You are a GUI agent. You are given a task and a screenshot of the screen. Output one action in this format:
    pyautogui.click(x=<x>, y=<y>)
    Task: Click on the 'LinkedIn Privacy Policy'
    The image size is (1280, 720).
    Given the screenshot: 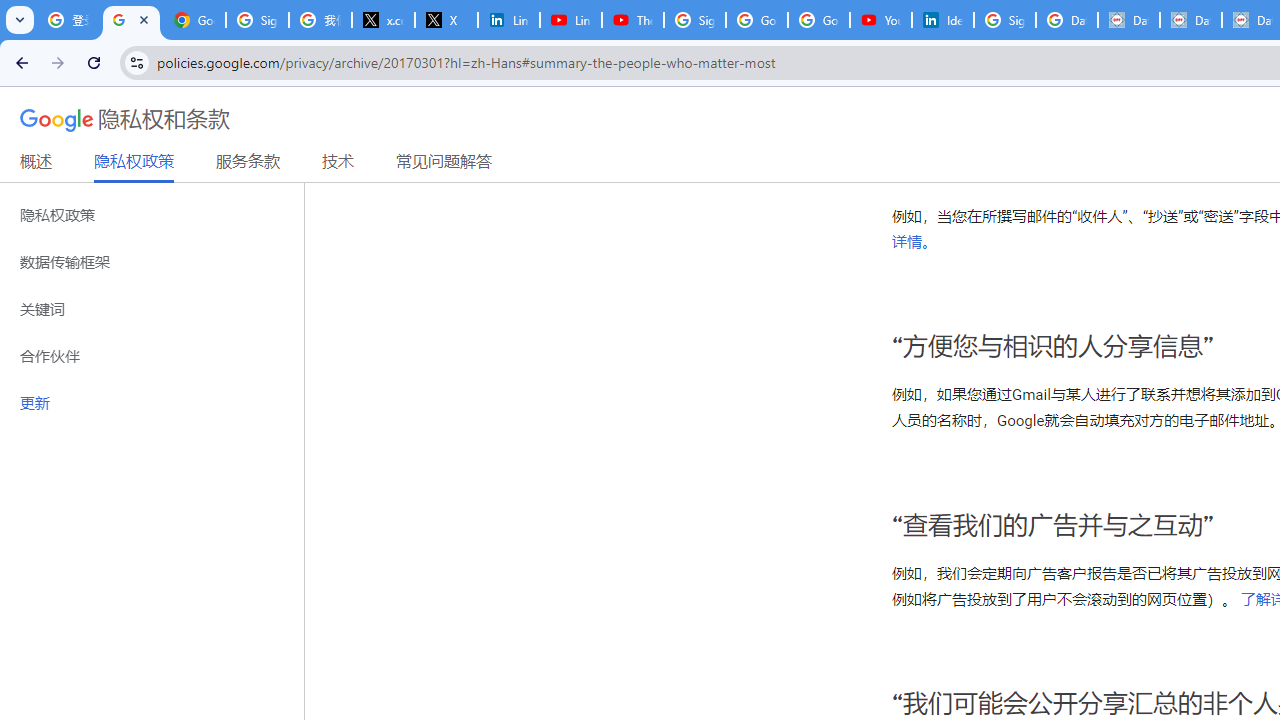 What is the action you would take?
    pyautogui.click(x=508, y=20)
    